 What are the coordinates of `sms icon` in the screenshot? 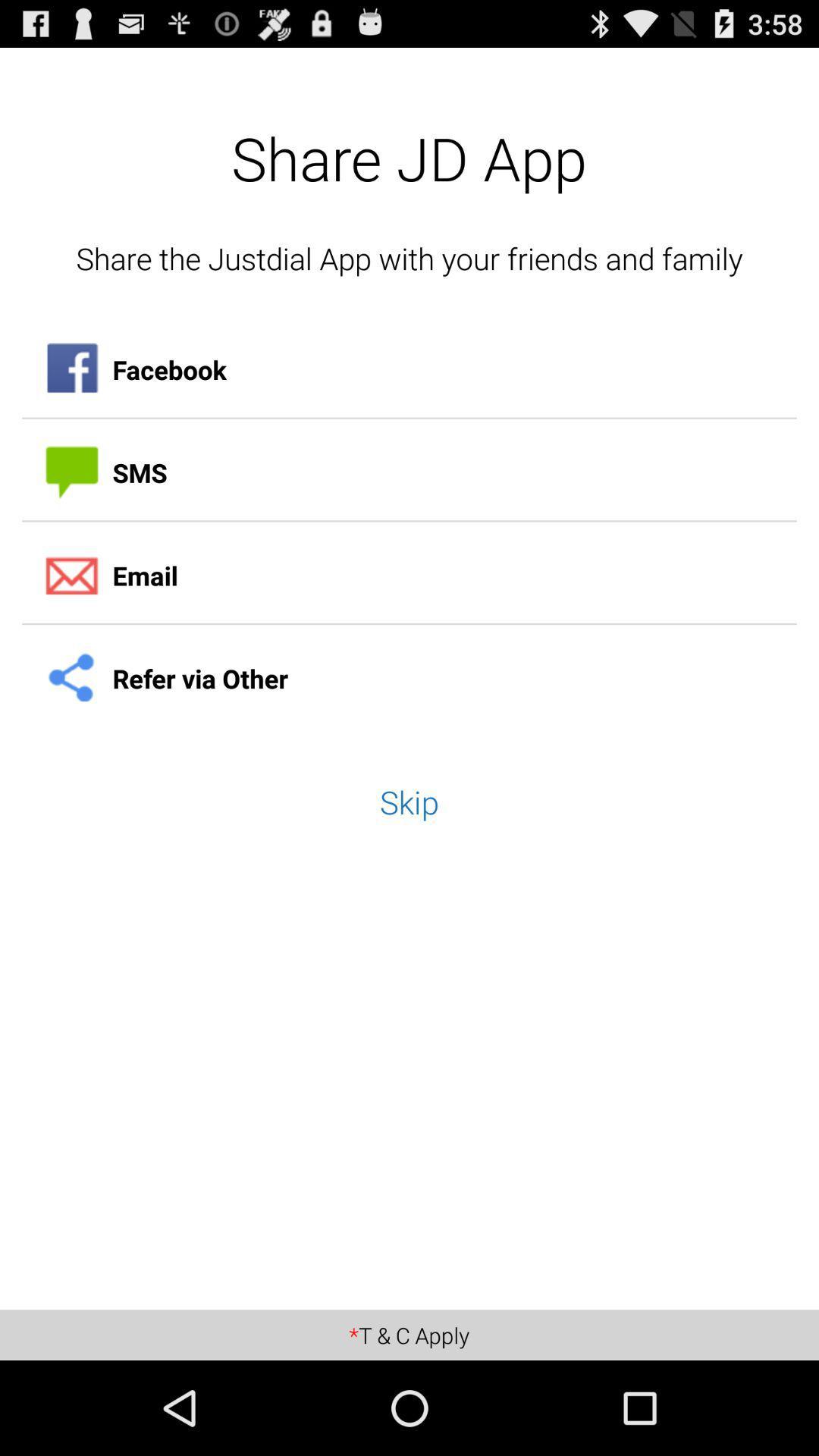 It's located at (409, 472).